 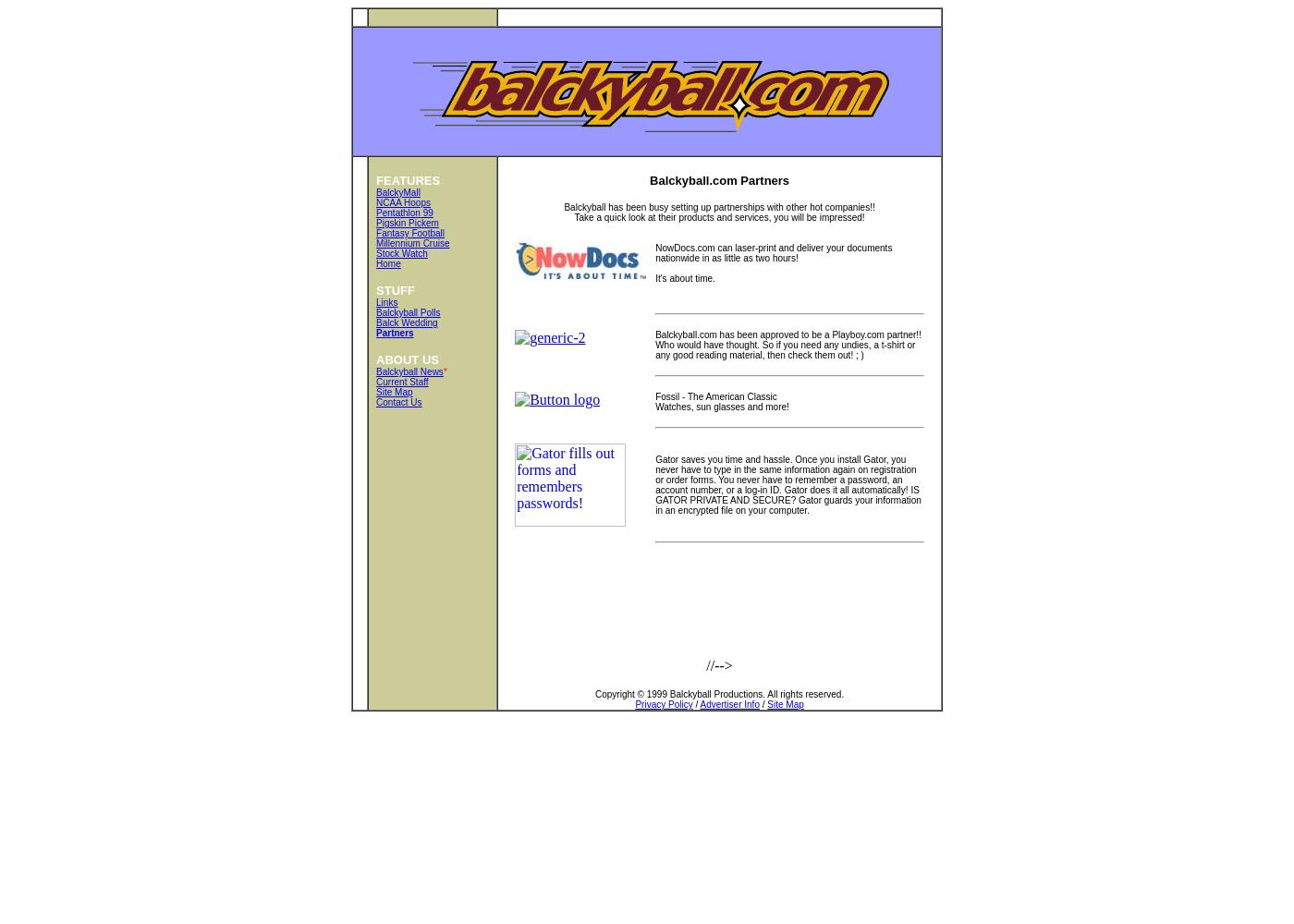 I want to click on 'Privacy Policy', so click(x=664, y=704).